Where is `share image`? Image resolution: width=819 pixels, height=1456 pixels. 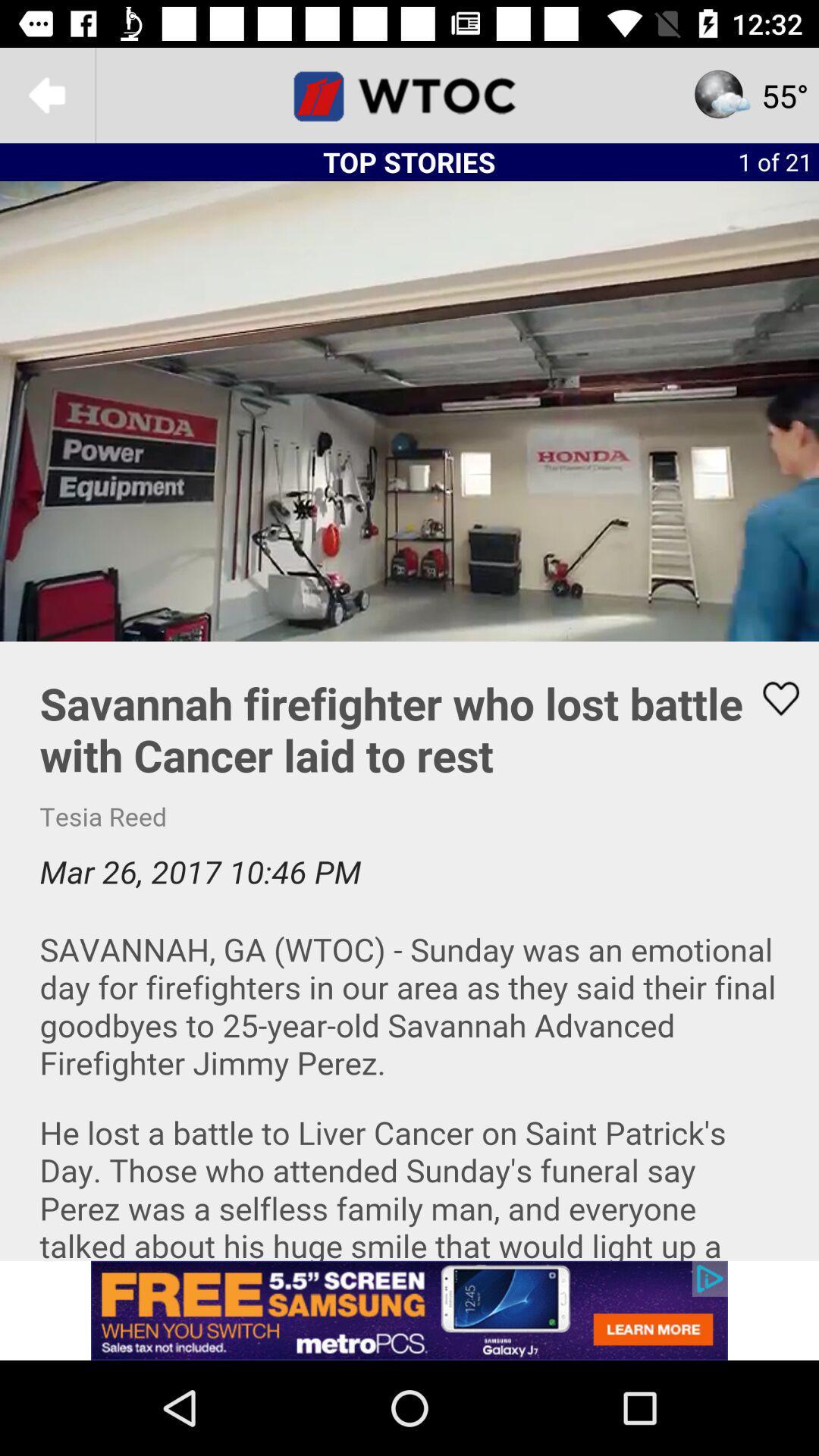
share image is located at coordinates (771, 698).